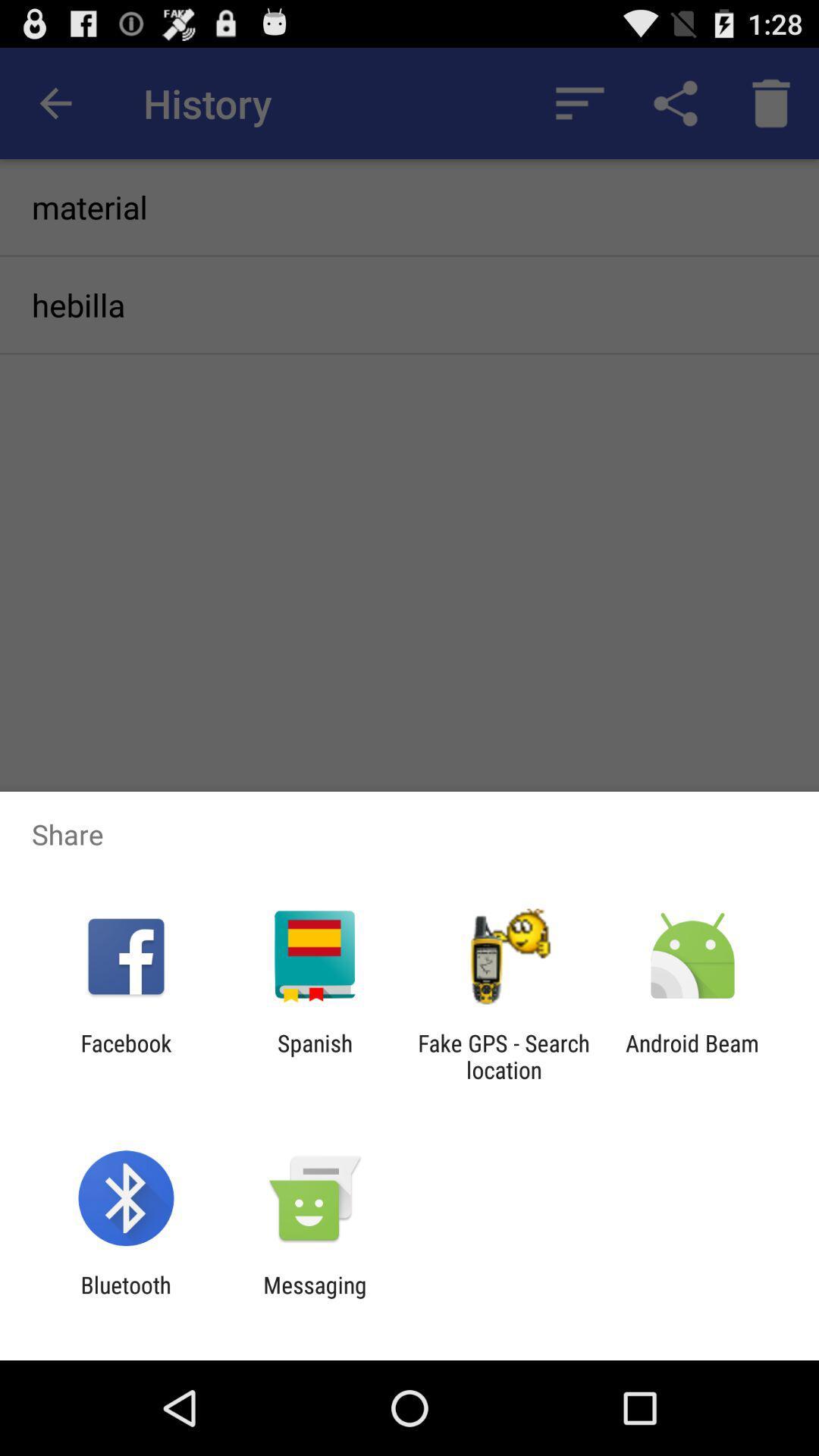  I want to click on item next to messaging icon, so click(125, 1298).